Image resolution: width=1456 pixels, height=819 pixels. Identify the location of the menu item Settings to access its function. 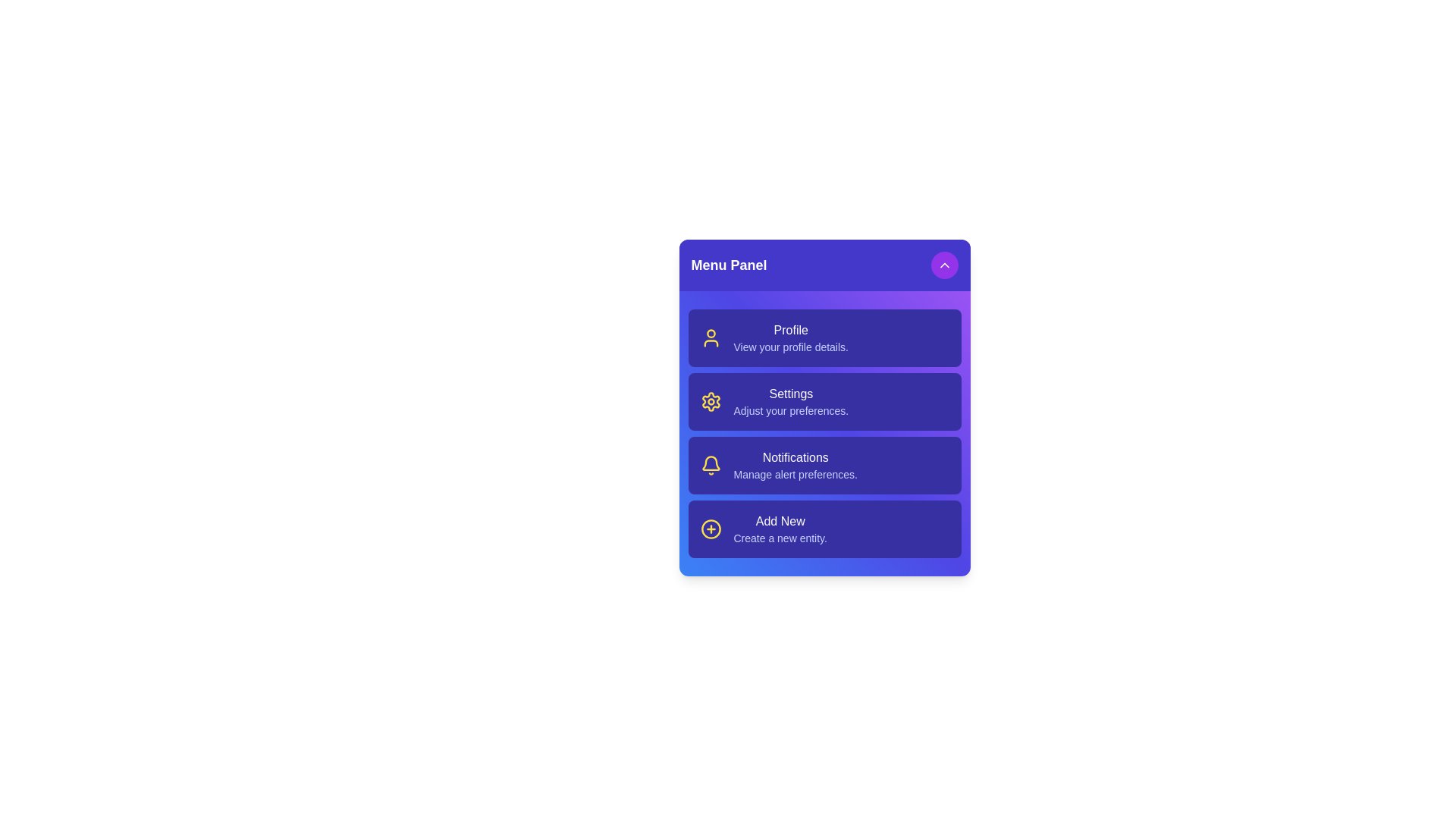
(824, 400).